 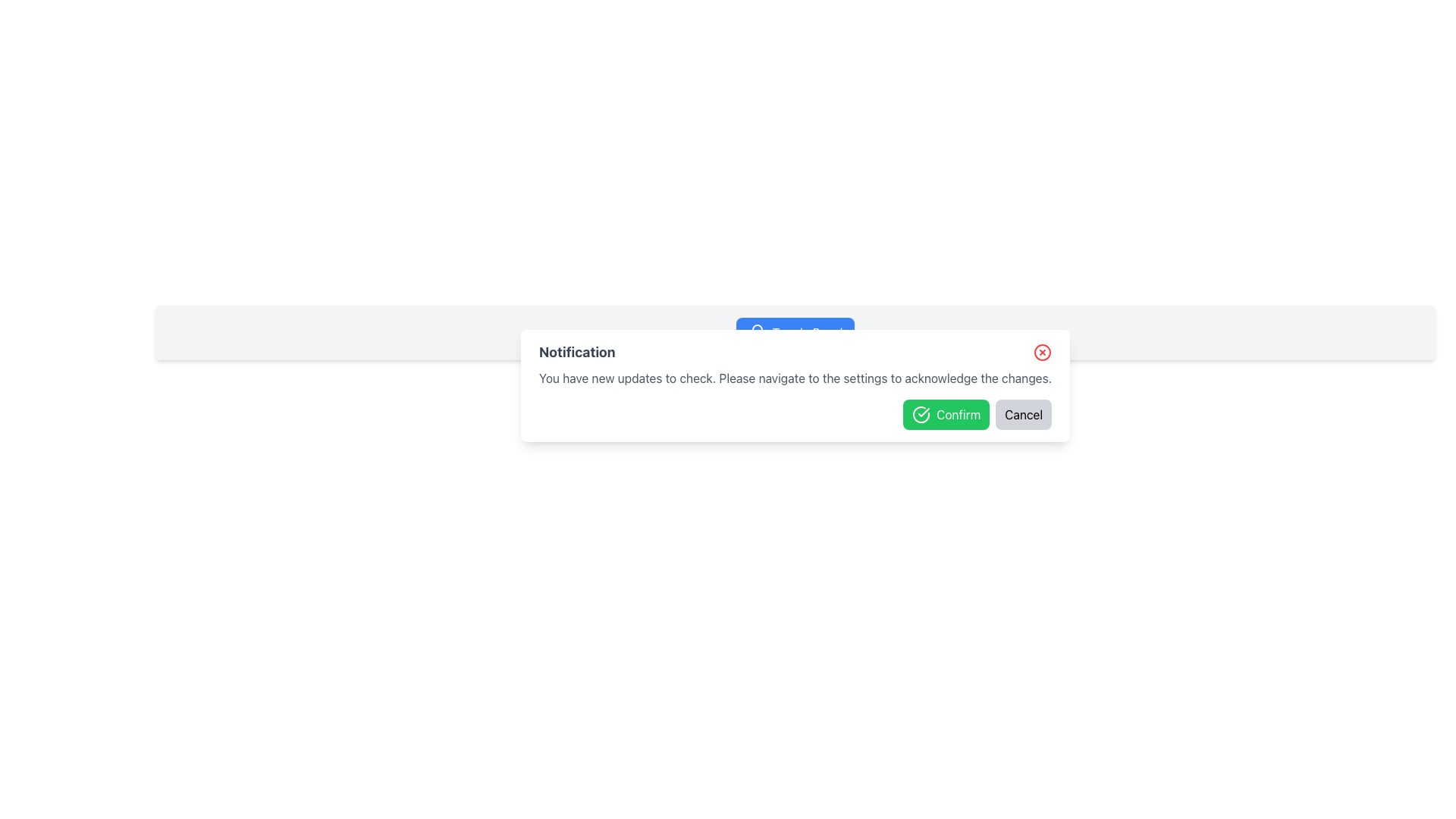 I want to click on the notification icon located to the left of the 'Toggle Panel' text to interact with the notification function, so click(x=757, y=332).